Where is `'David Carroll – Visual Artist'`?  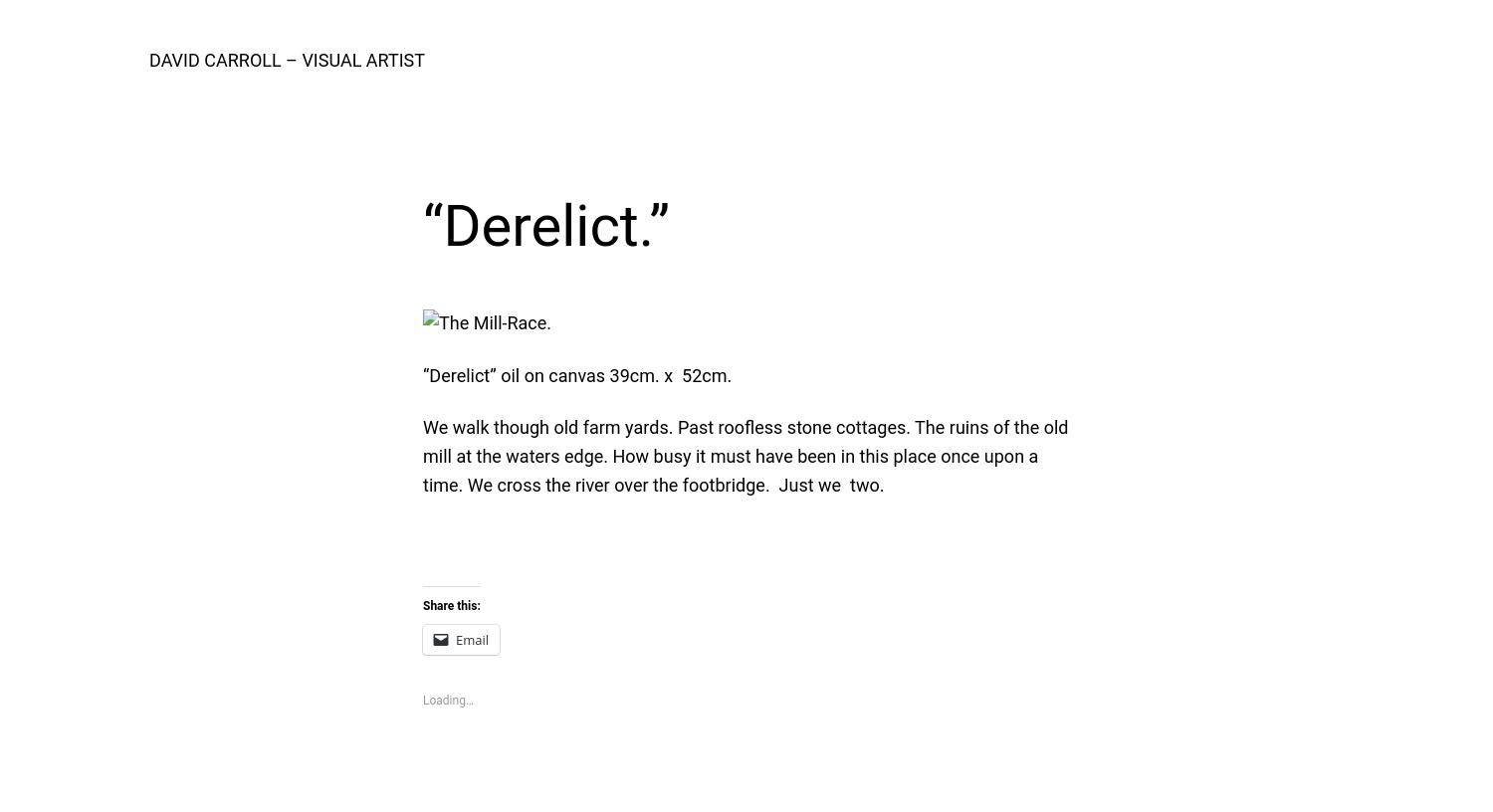 'David Carroll – Visual Artist' is located at coordinates (287, 59).